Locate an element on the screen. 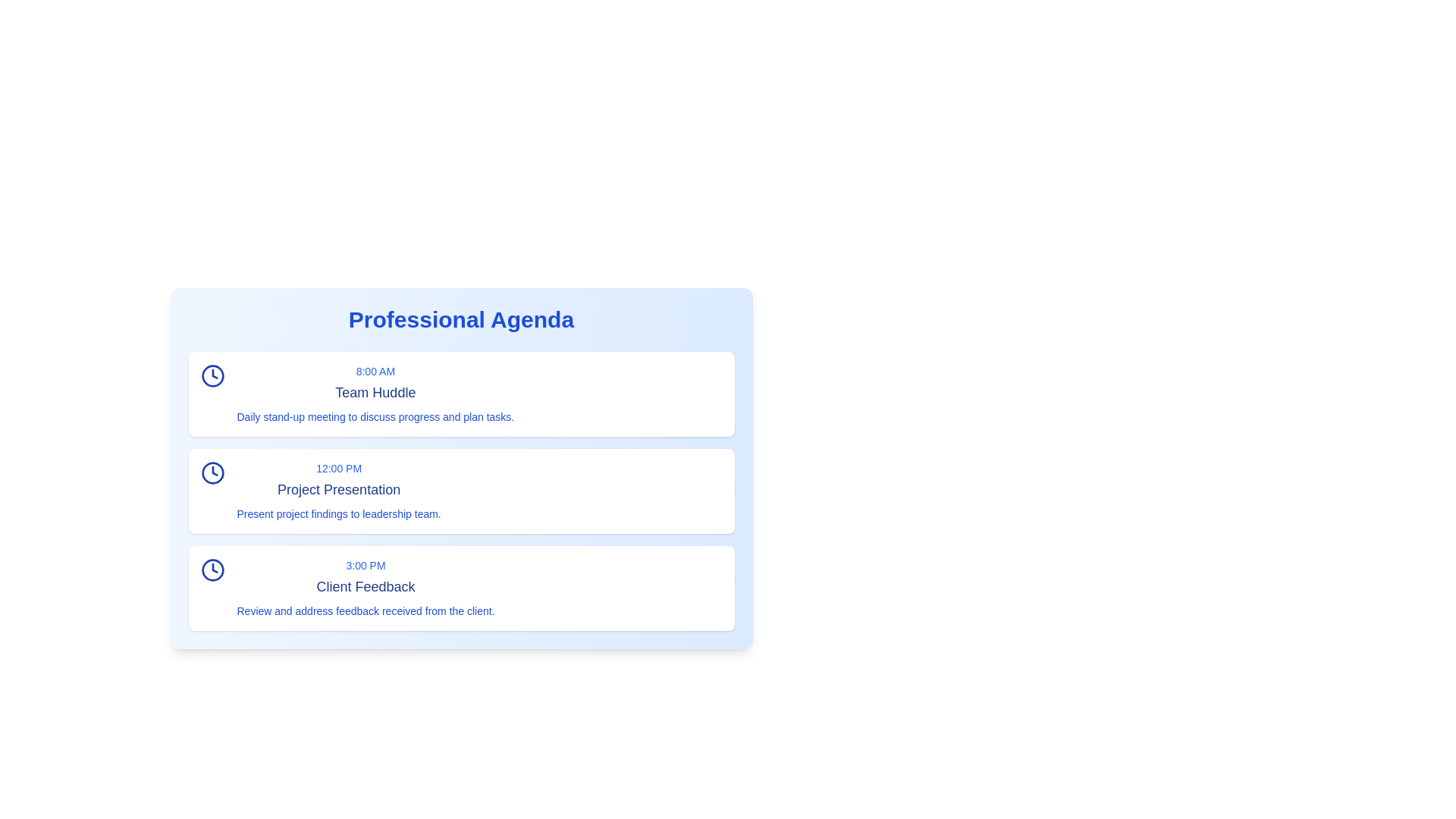 The image size is (1456, 819). the text label reading 'Present project findings is located at coordinates (338, 513).